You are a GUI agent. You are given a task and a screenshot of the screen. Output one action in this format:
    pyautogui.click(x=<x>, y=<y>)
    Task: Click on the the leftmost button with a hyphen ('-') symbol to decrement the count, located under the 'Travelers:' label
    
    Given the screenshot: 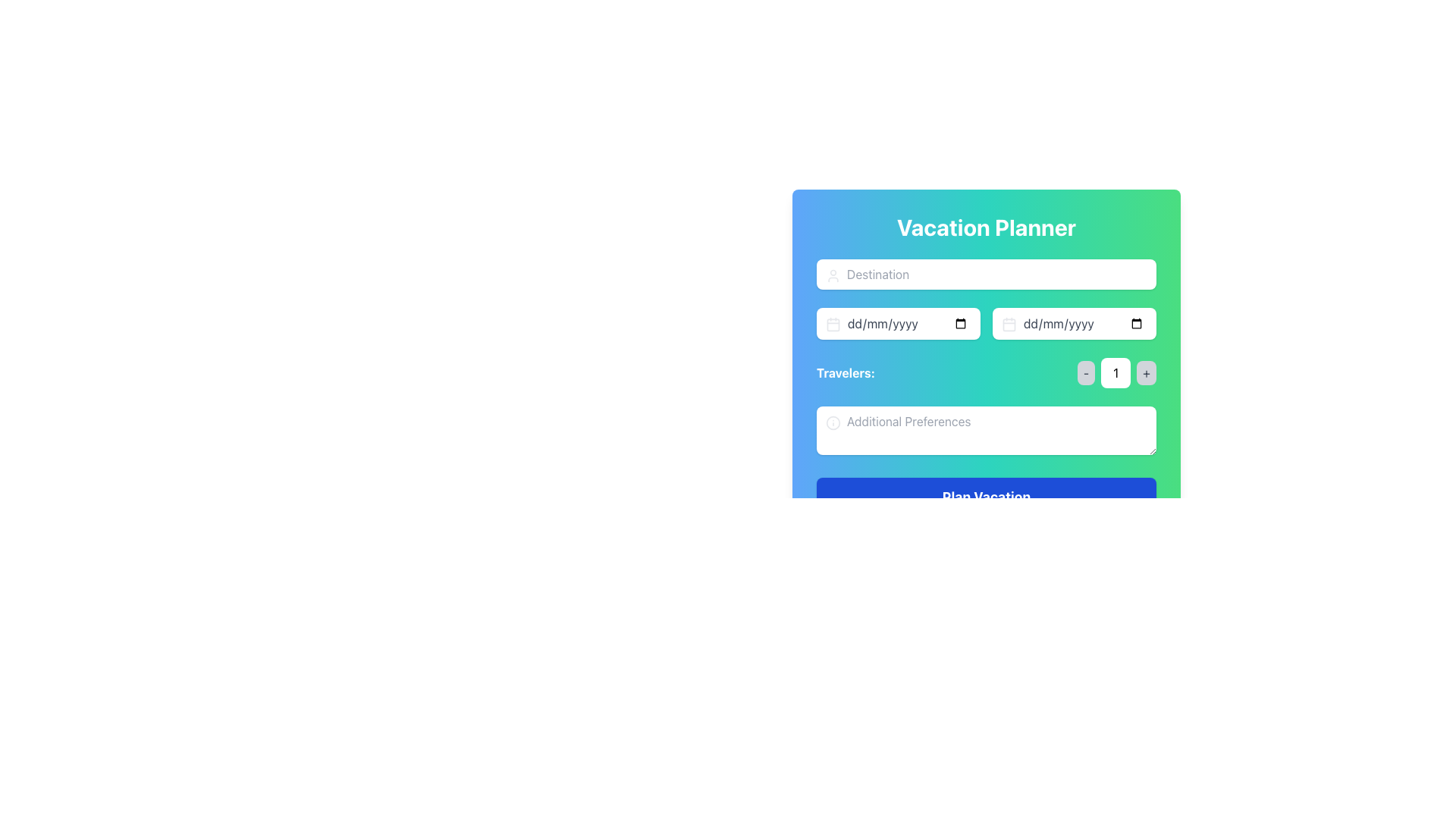 What is the action you would take?
    pyautogui.click(x=1084, y=373)
    